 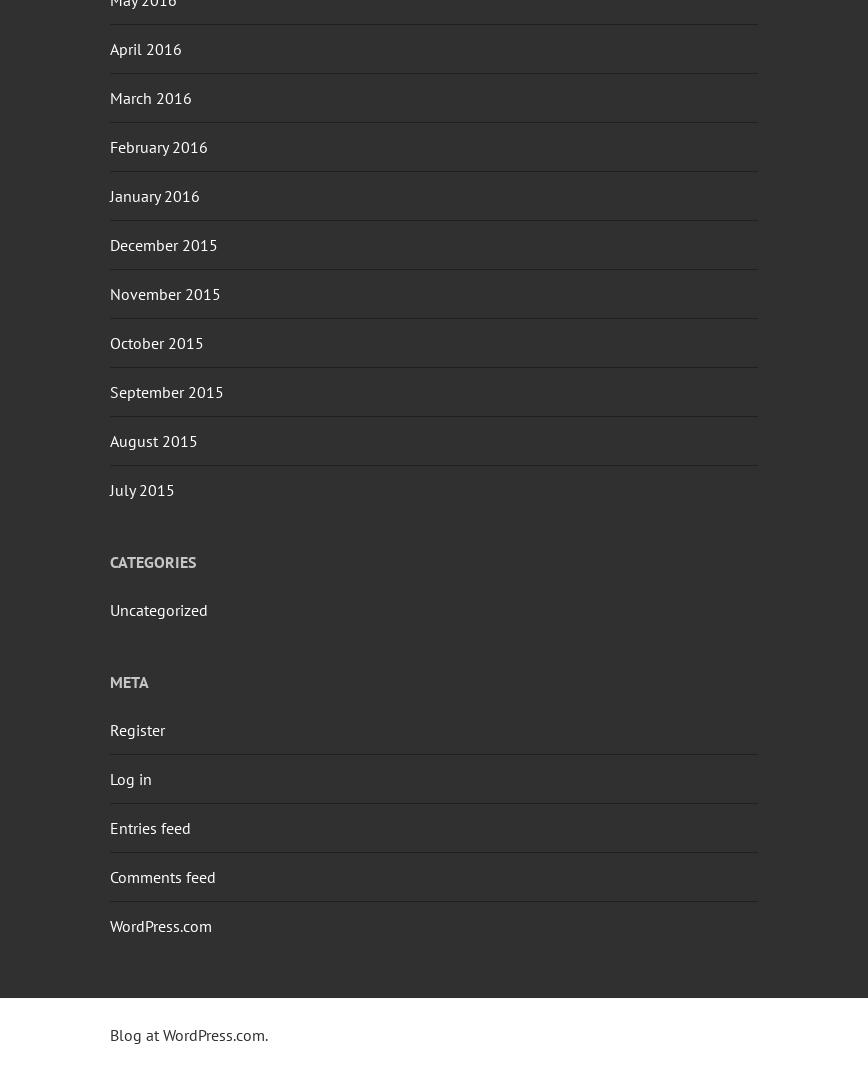 What do you see at coordinates (109, 1034) in the screenshot?
I see `'Blog at WordPress.com.'` at bounding box center [109, 1034].